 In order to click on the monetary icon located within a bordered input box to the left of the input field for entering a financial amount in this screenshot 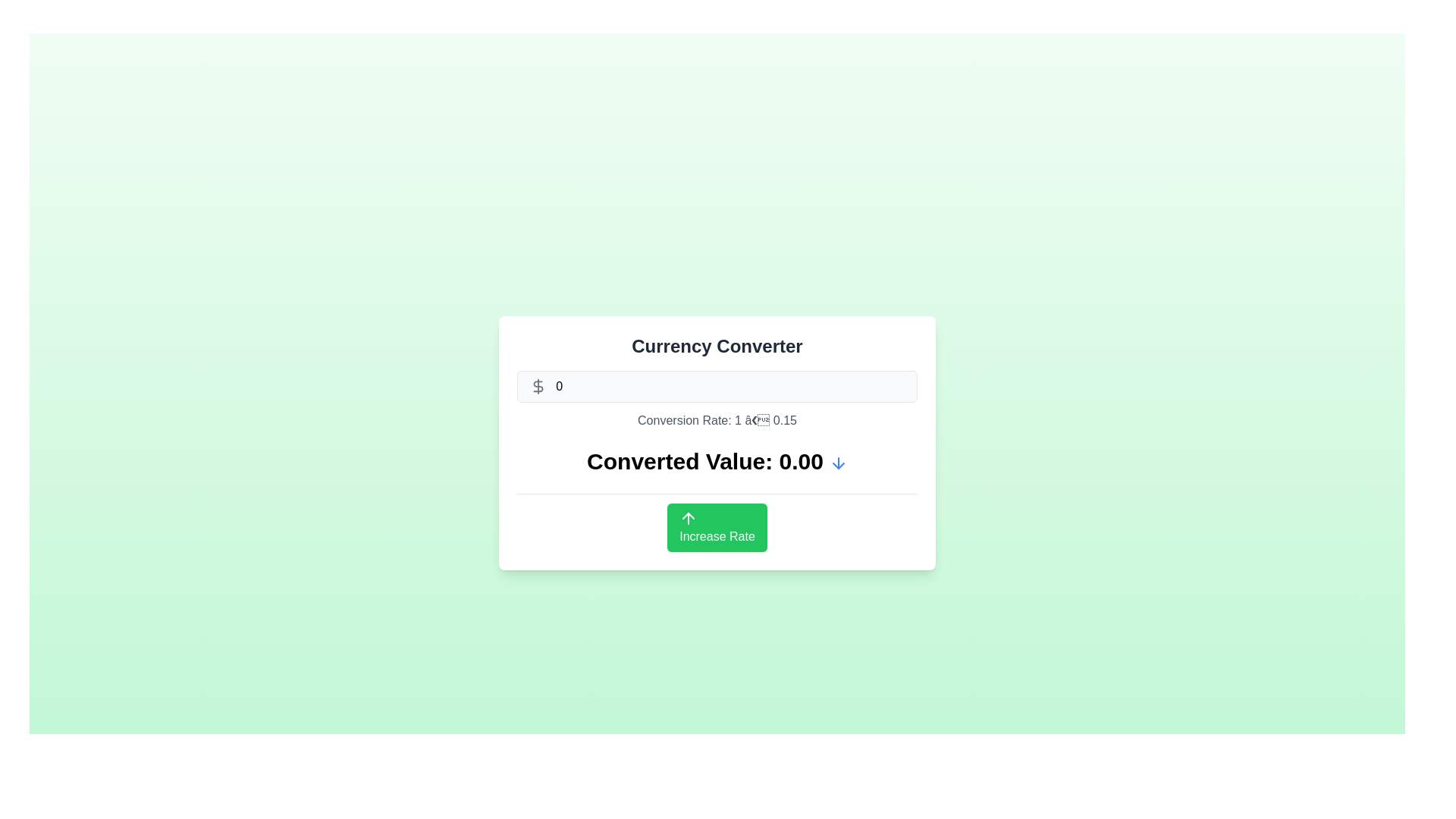, I will do `click(538, 385)`.